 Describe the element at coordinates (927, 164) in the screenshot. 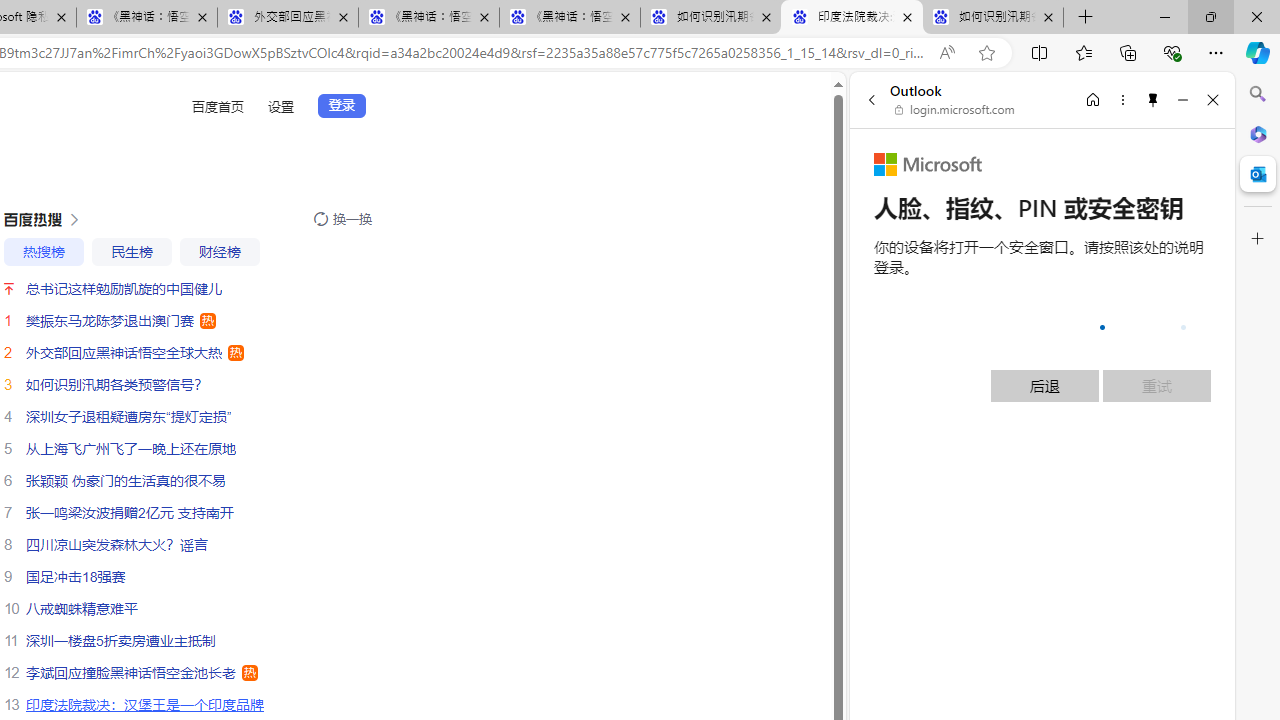

I see `'Microsoft'` at that location.